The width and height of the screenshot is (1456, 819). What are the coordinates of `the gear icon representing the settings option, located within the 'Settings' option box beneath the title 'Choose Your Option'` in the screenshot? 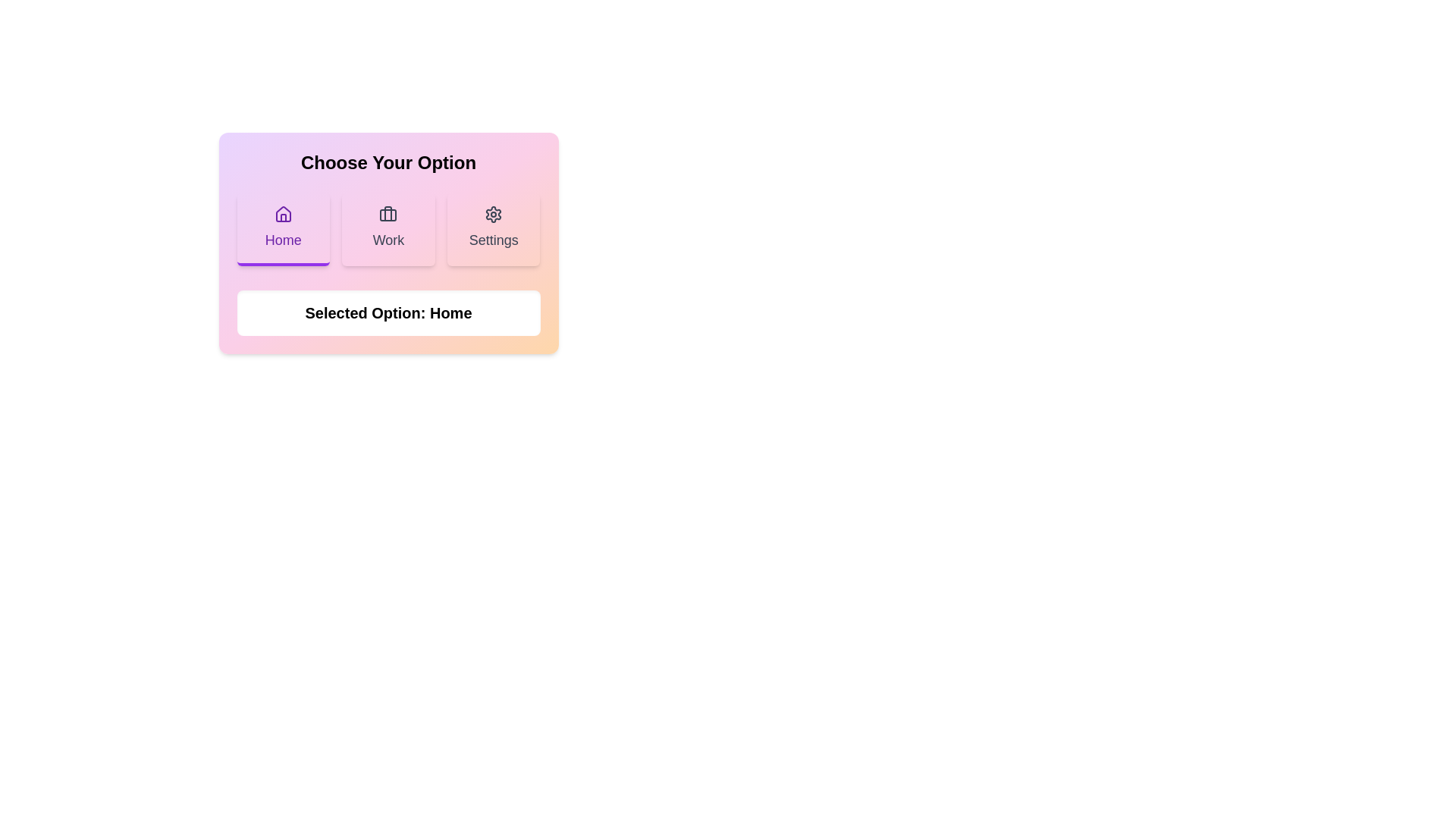 It's located at (494, 214).